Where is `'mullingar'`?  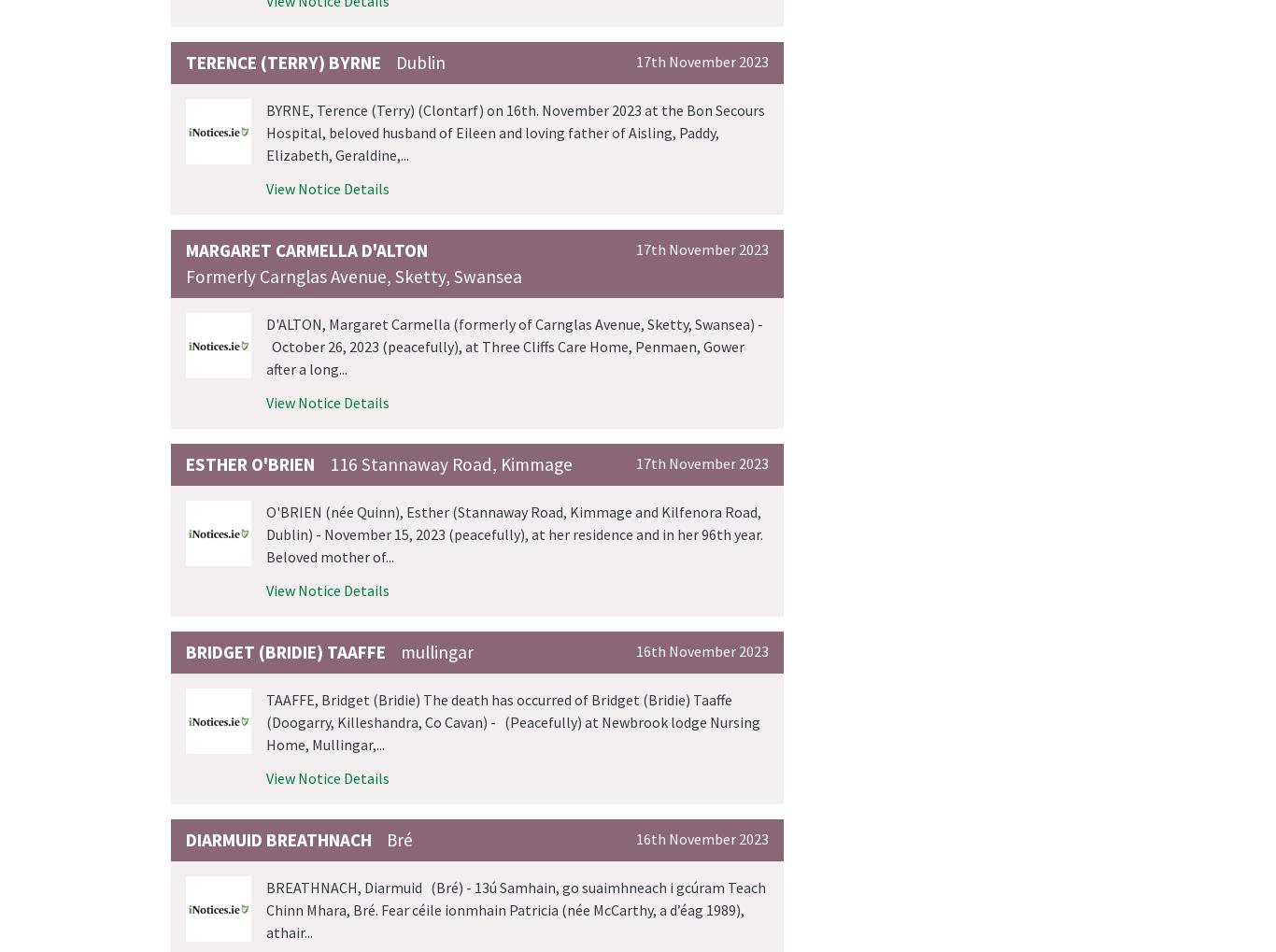 'mullingar' is located at coordinates (436, 652).